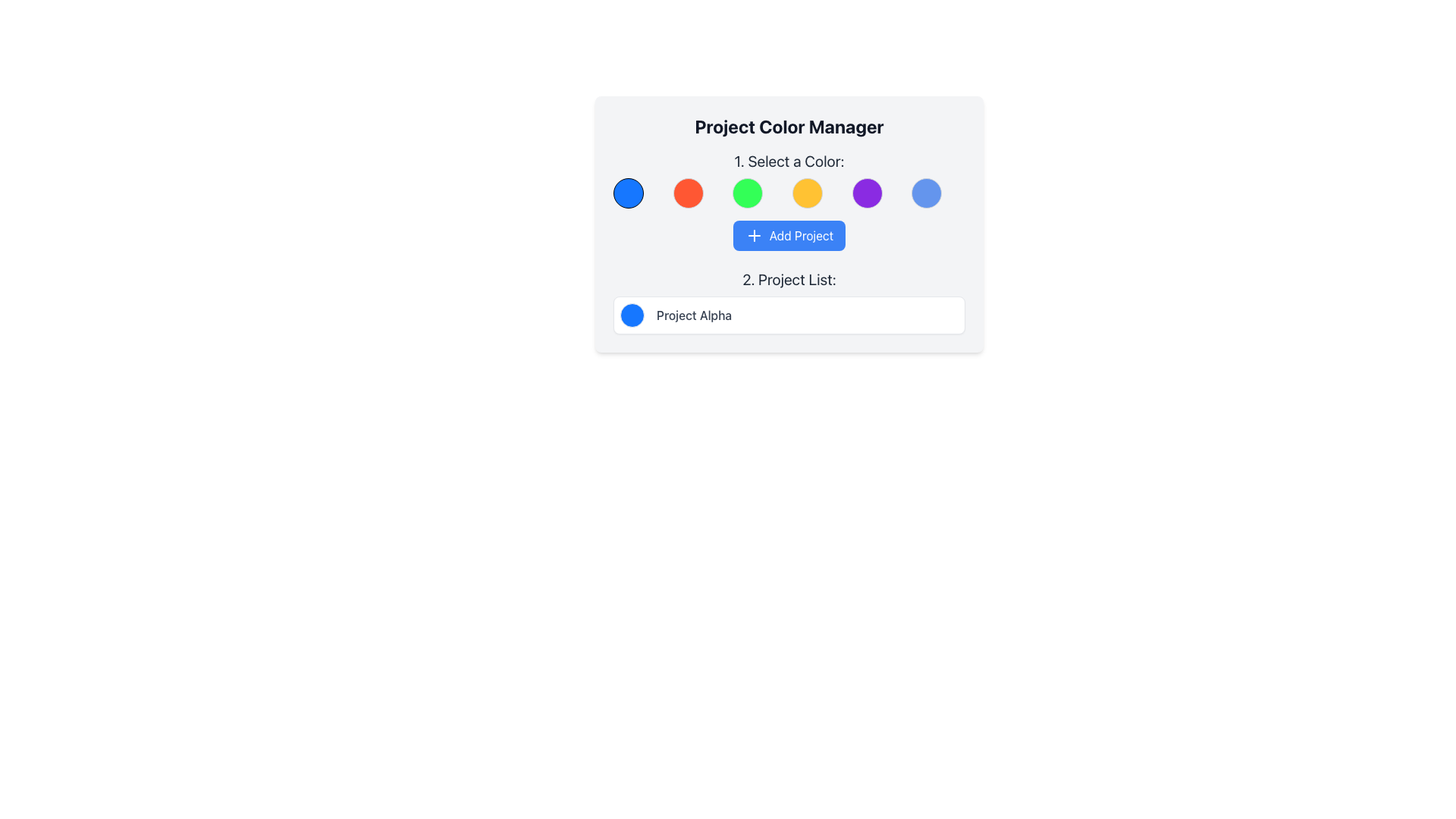 The image size is (1456, 819). What do you see at coordinates (789, 315) in the screenshot?
I see `the list item representing 'Project Alpha' located in the '2. Project List:' section` at bounding box center [789, 315].